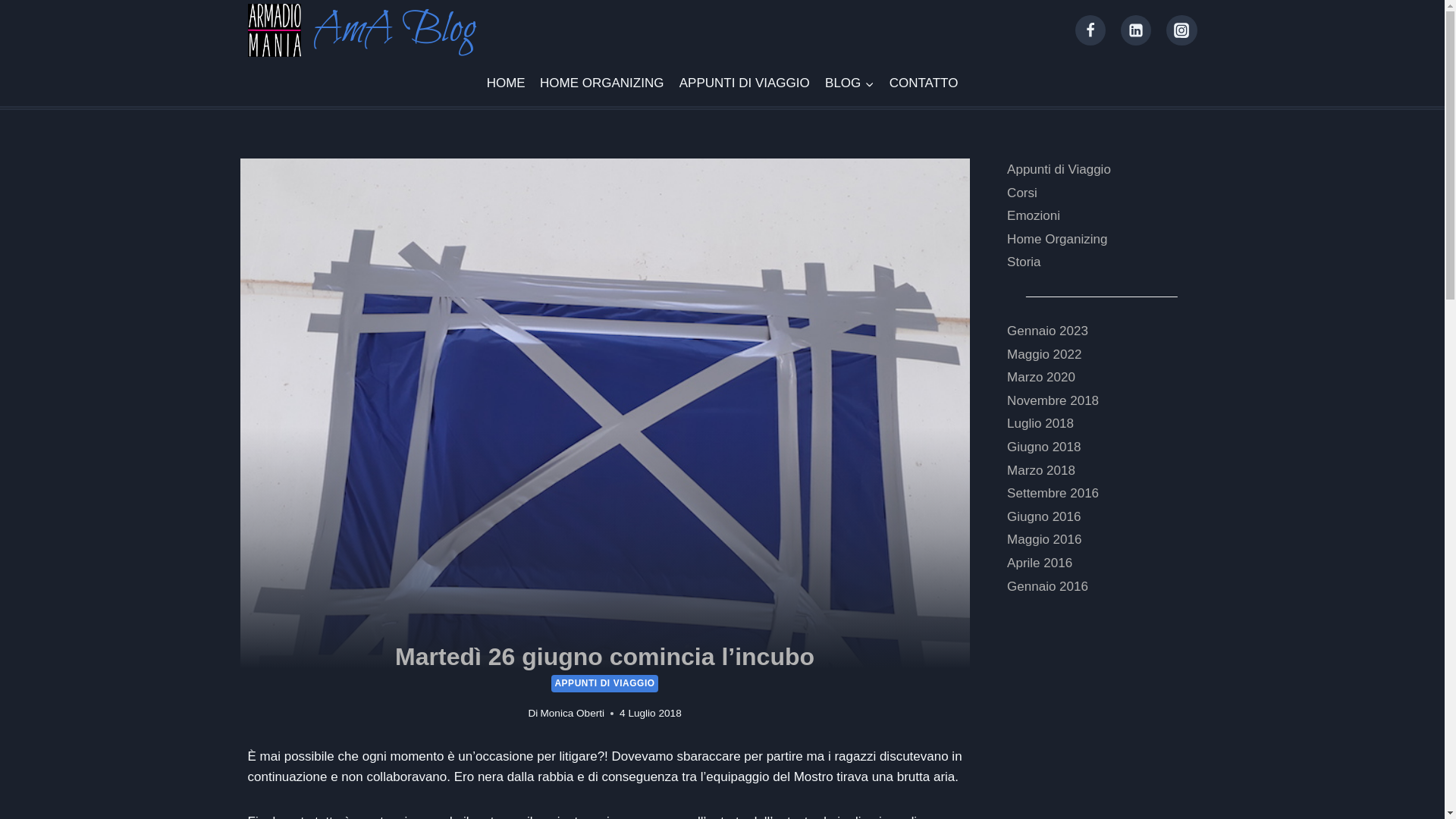 The height and width of the screenshot is (819, 1456). Describe the element at coordinates (1033, 215) in the screenshot. I see `'Emozioni'` at that location.